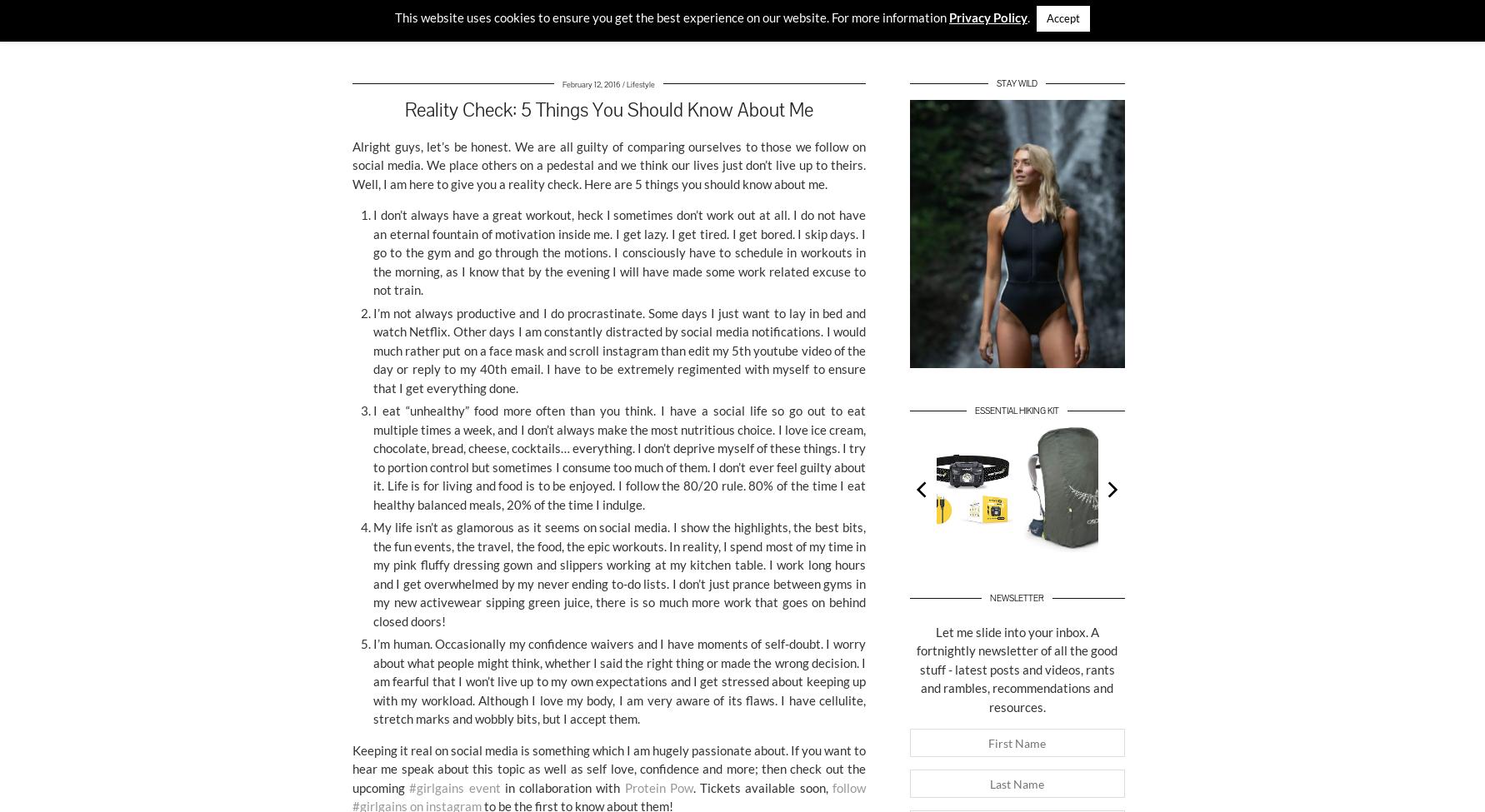  Describe the element at coordinates (966, 542) in the screenshot. I see `'Head Torch'` at that location.